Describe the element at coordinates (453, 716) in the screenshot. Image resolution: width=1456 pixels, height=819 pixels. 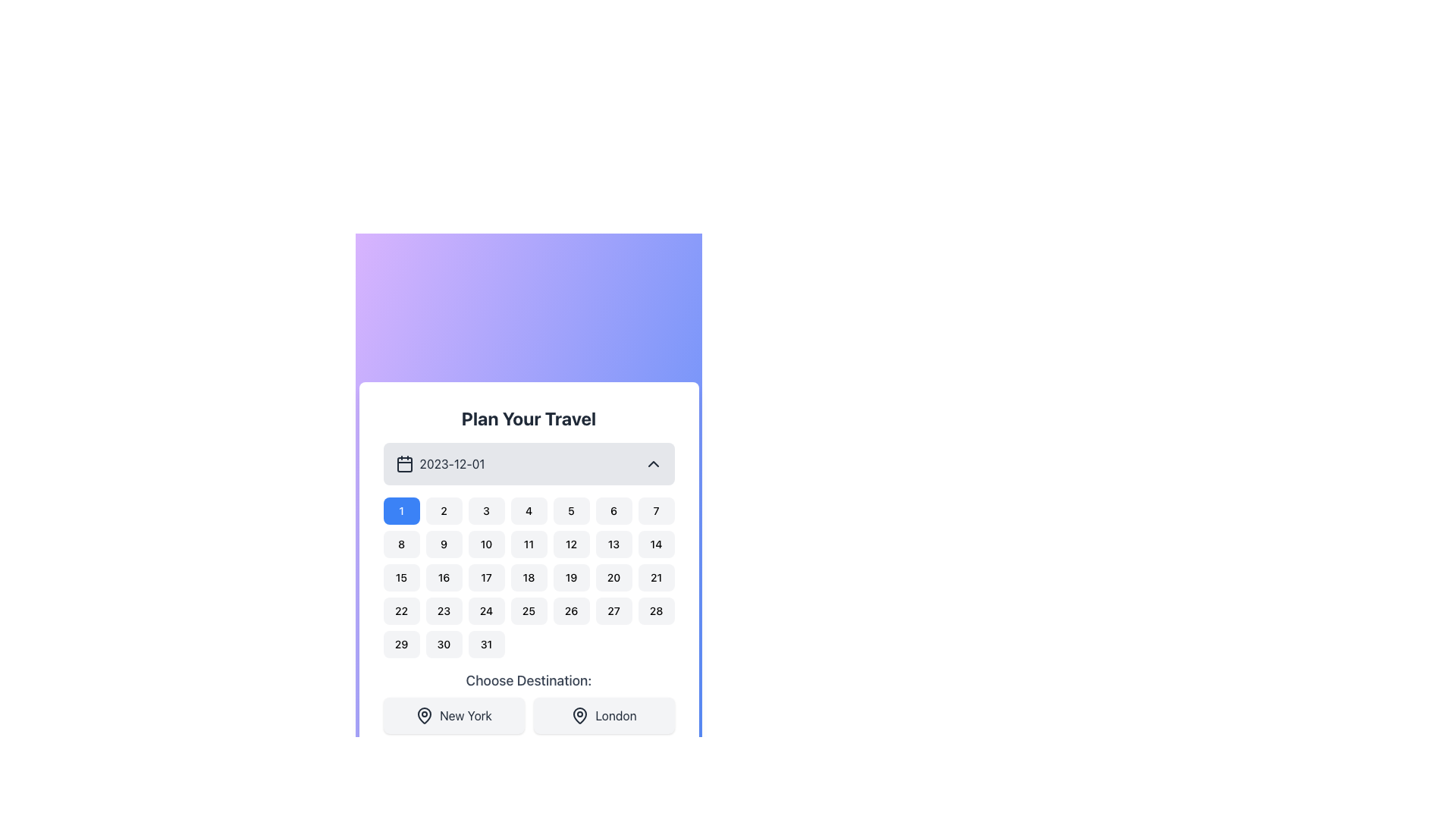
I see `the 'New York' destination button located below the text 'Choose Destination:' by navigating through the keyboard` at that location.